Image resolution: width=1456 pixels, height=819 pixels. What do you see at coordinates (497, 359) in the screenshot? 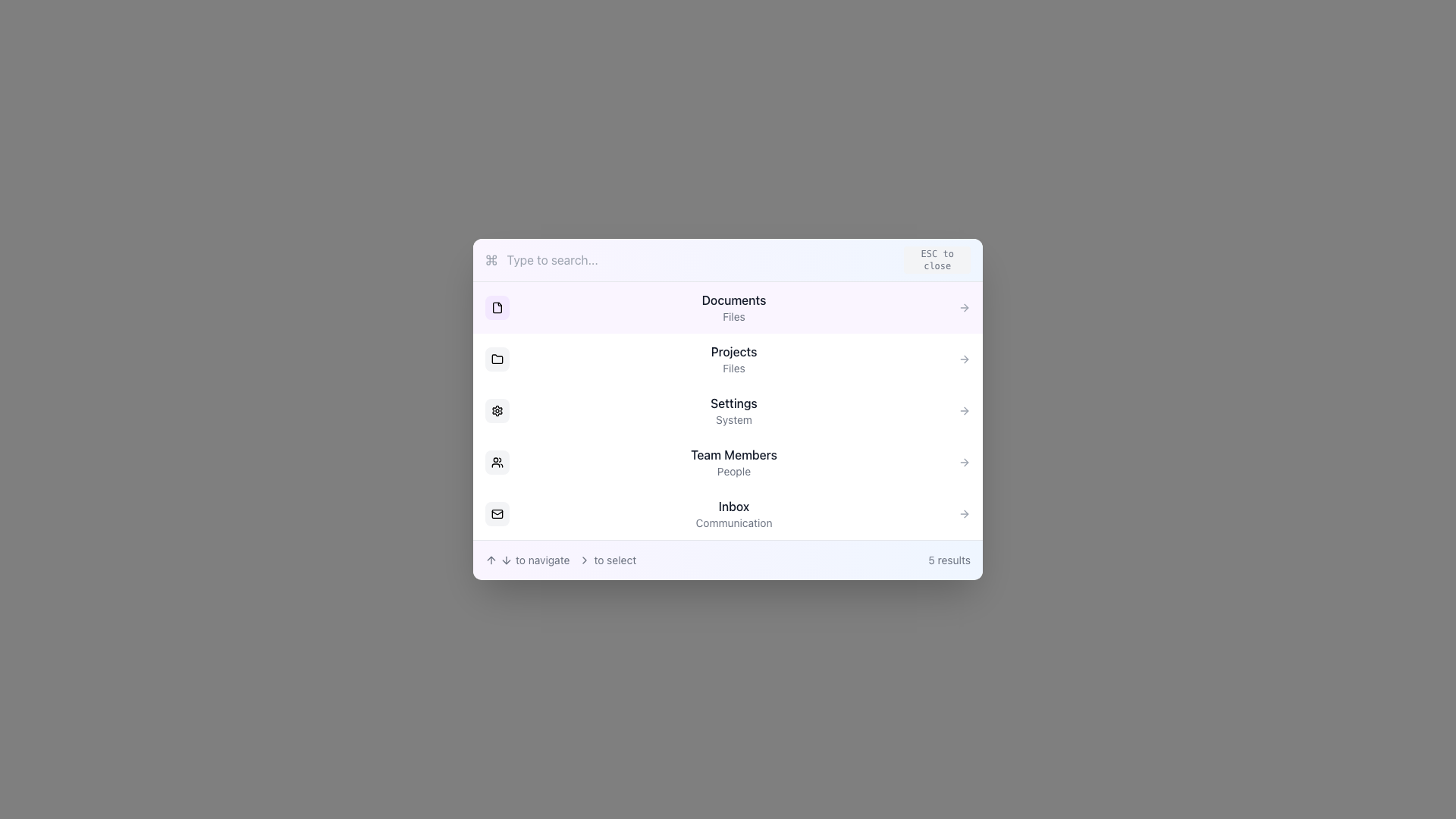
I see `the 'Projects' icon, which is the second icon in a vertical list on the left side of the user interface, positioned below the document icon and above the gear icon` at bounding box center [497, 359].